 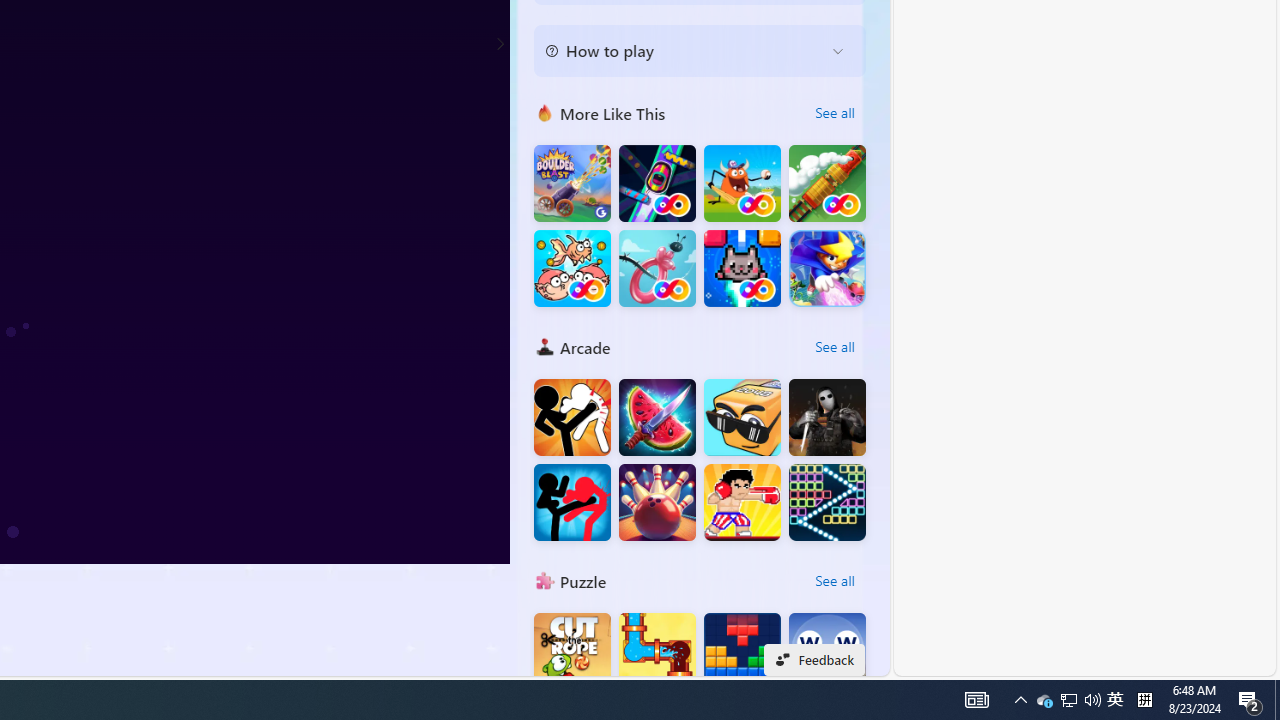 What do you see at coordinates (741, 651) in the screenshot?
I see `'BlockBuster: Adventures Puzzle'` at bounding box center [741, 651].